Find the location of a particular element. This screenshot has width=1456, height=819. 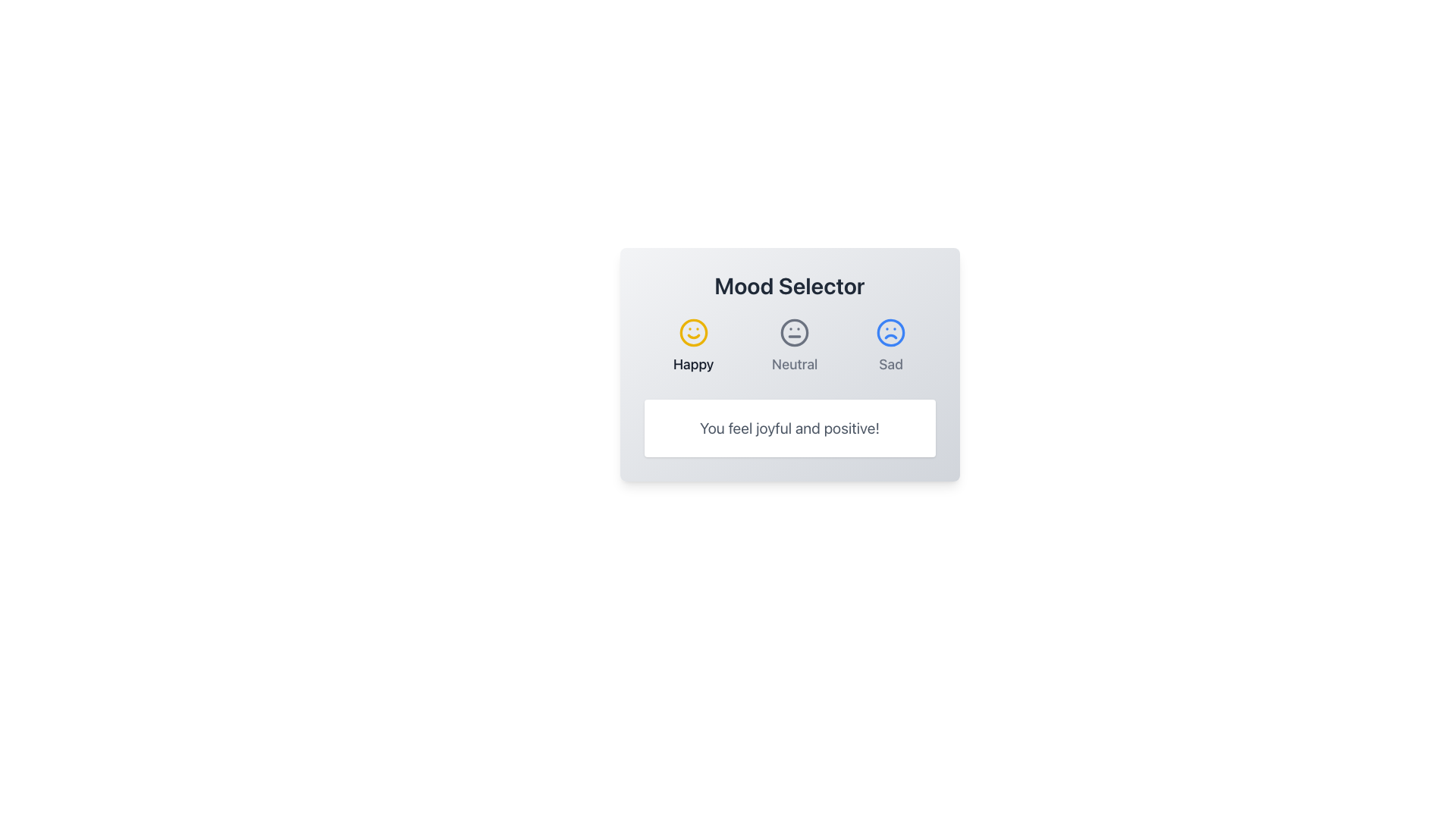

the 'Sad' mood button, which features a blue frown icon above the text 'Sad', styled in gray, and is the third option in the mood selector is located at coordinates (891, 346).